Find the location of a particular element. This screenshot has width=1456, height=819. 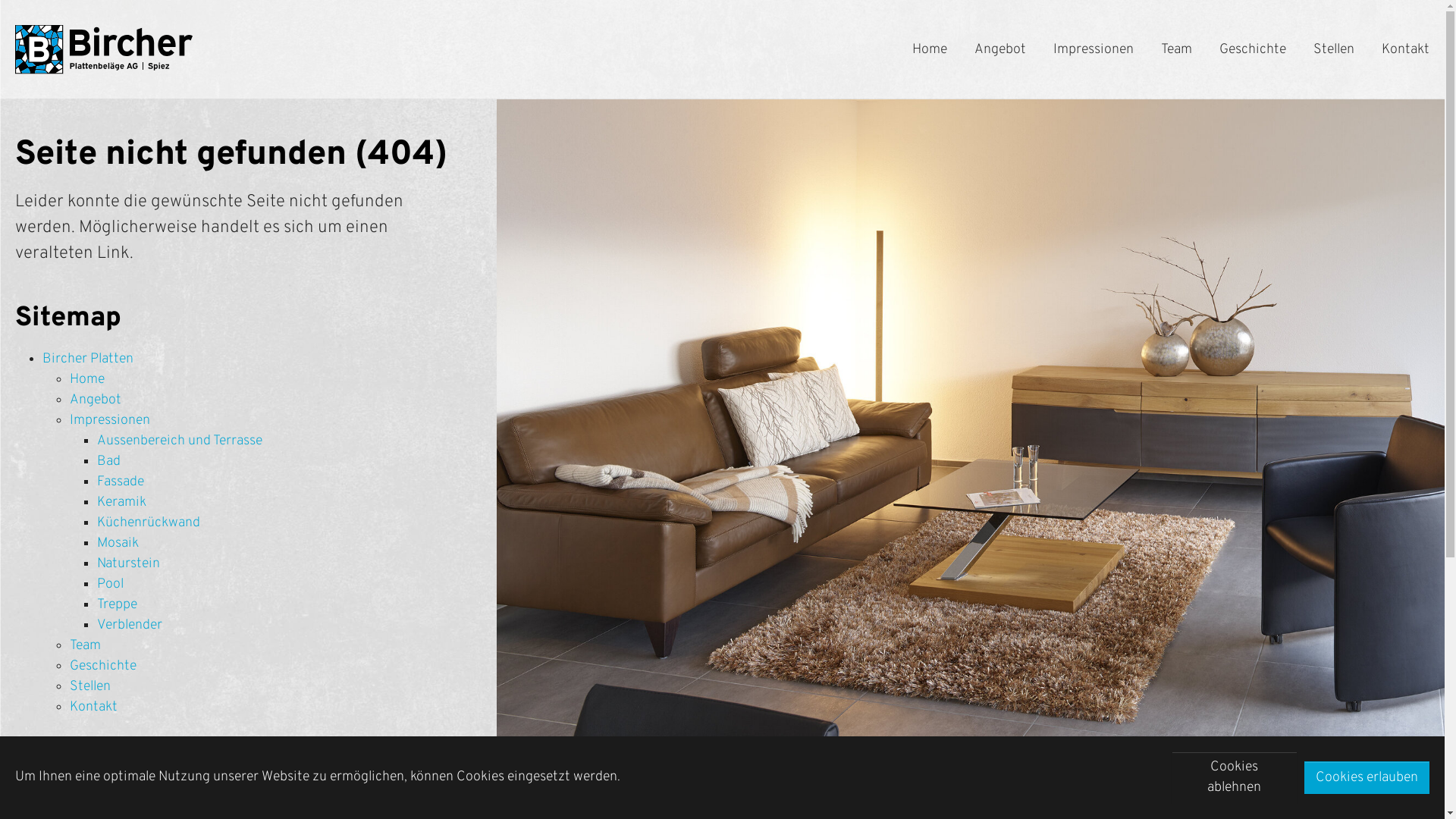

'Cookies erlauben' is located at coordinates (1367, 777).